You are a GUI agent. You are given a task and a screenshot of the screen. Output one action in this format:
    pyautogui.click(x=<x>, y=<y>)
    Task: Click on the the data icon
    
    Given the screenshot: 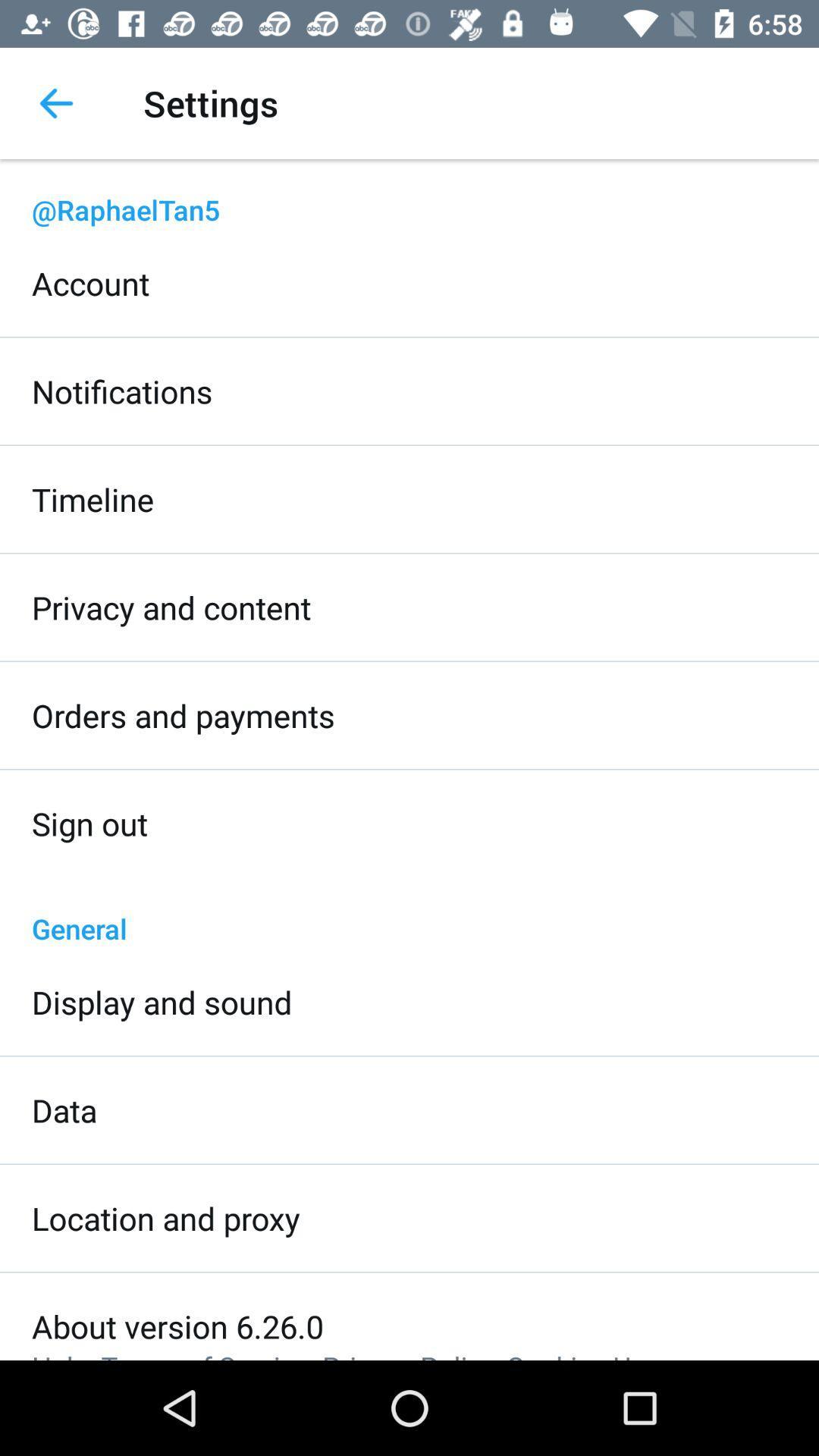 What is the action you would take?
    pyautogui.click(x=64, y=1110)
    